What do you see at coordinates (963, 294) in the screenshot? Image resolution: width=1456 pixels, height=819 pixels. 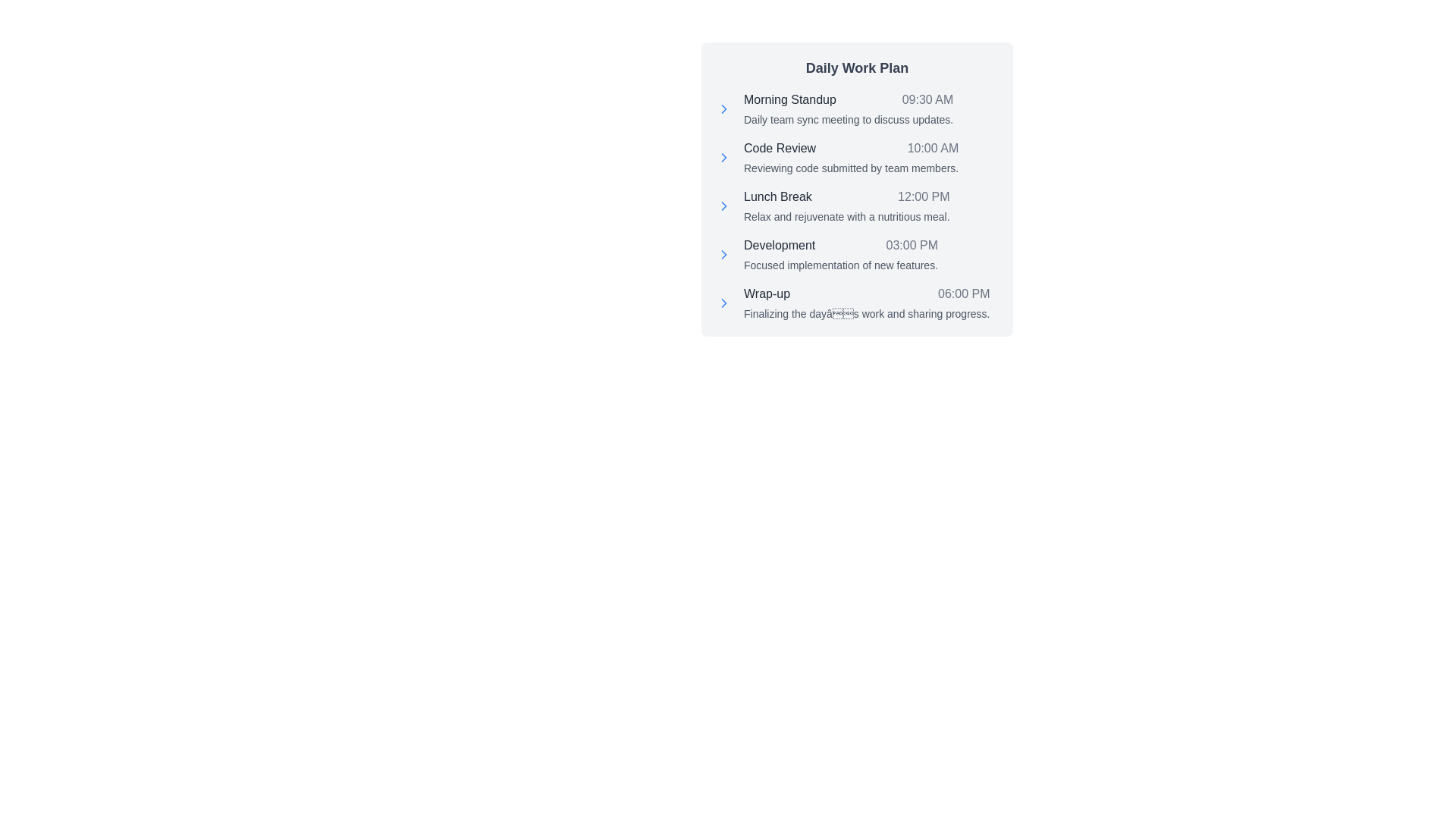 I see `the time text '06:00 PM' which is styled in gray and located at the right end of the row labeled 'Wrap-up' in the Daily Work Plan` at bounding box center [963, 294].